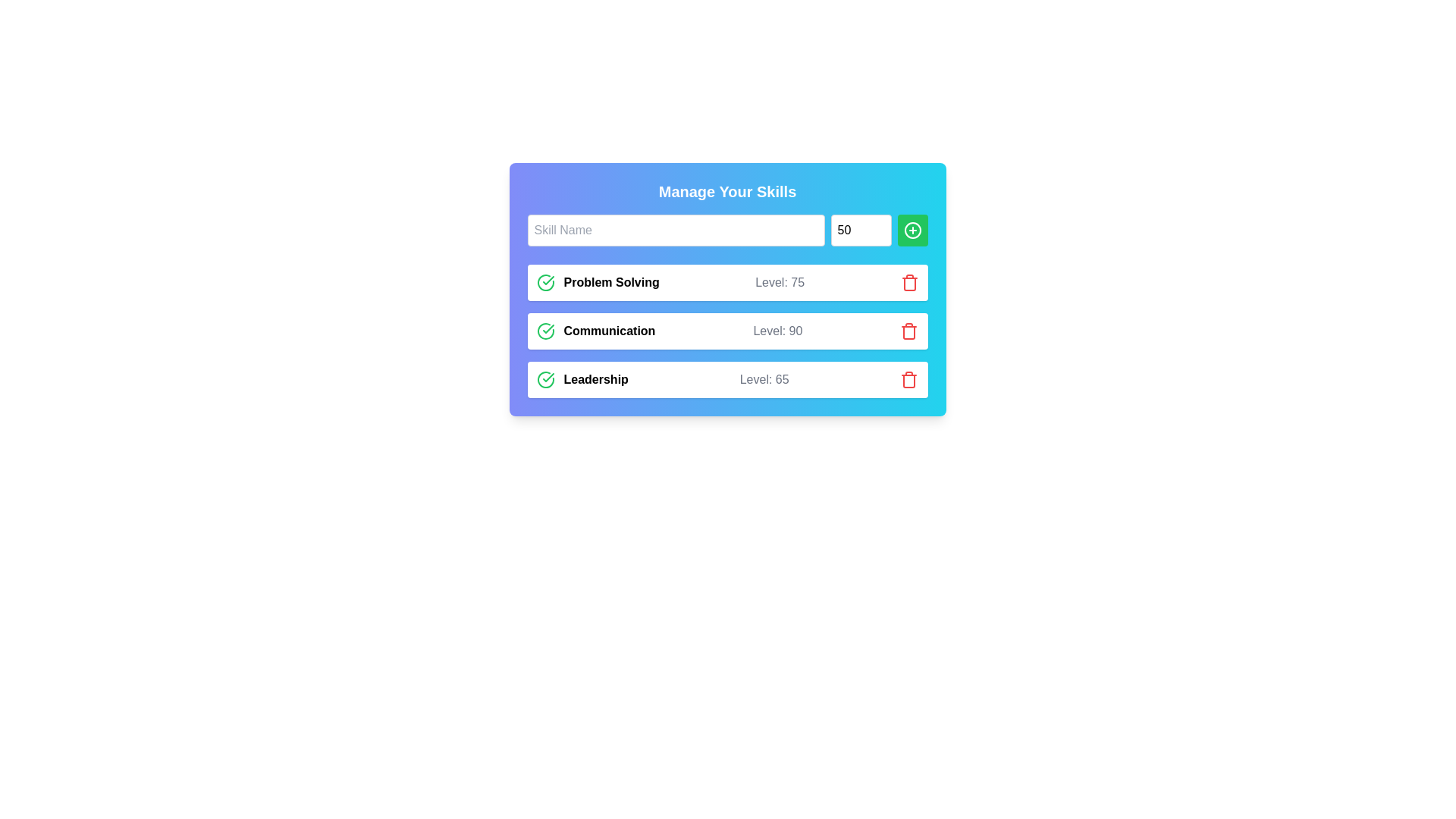 Image resolution: width=1456 pixels, height=819 pixels. What do you see at coordinates (609, 330) in the screenshot?
I see `text from the 'Communication' label in the skill management interface, which is the second label in a vertical list of skill descriptors` at bounding box center [609, 330].